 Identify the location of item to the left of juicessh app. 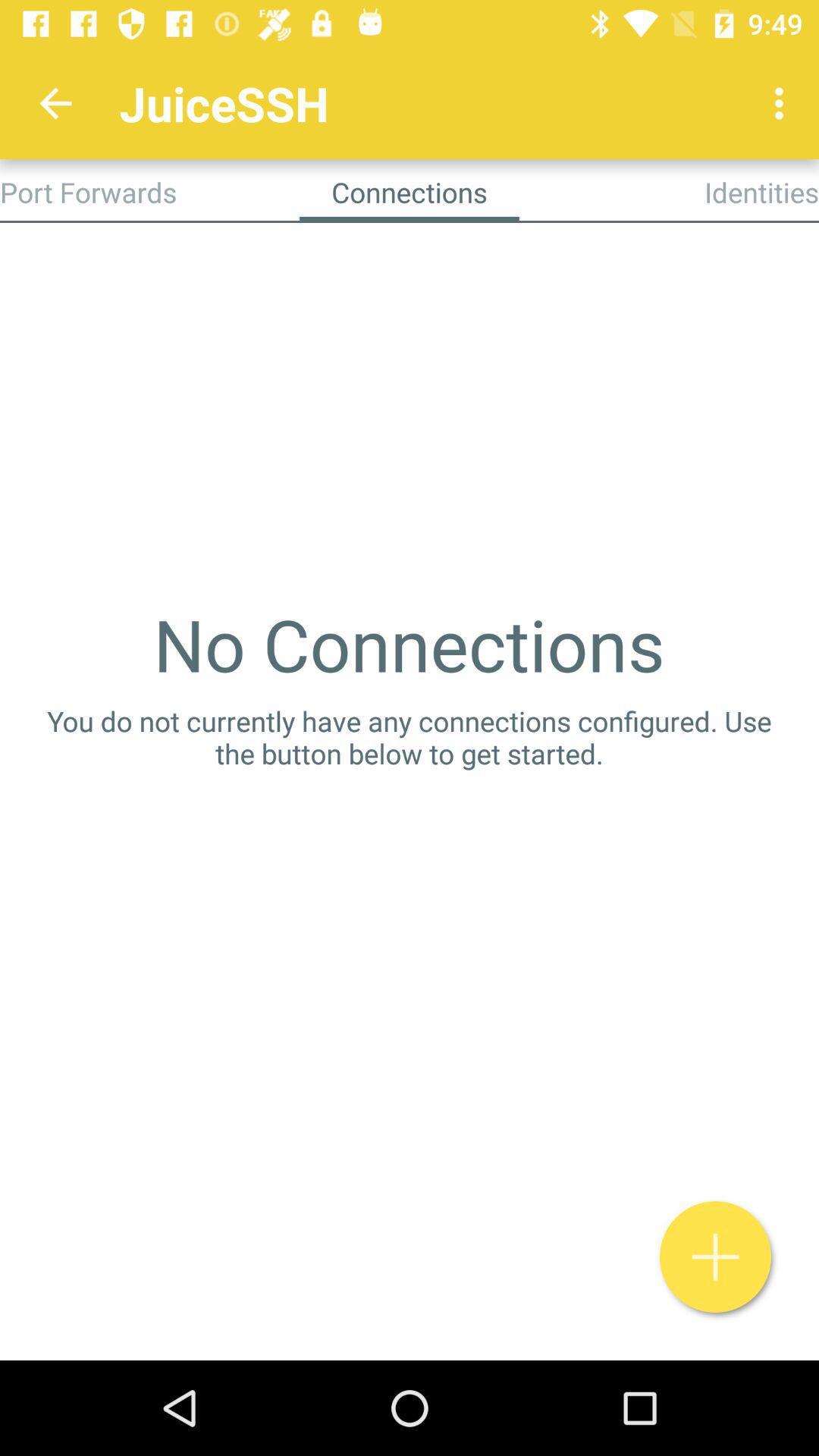
(55, 102).